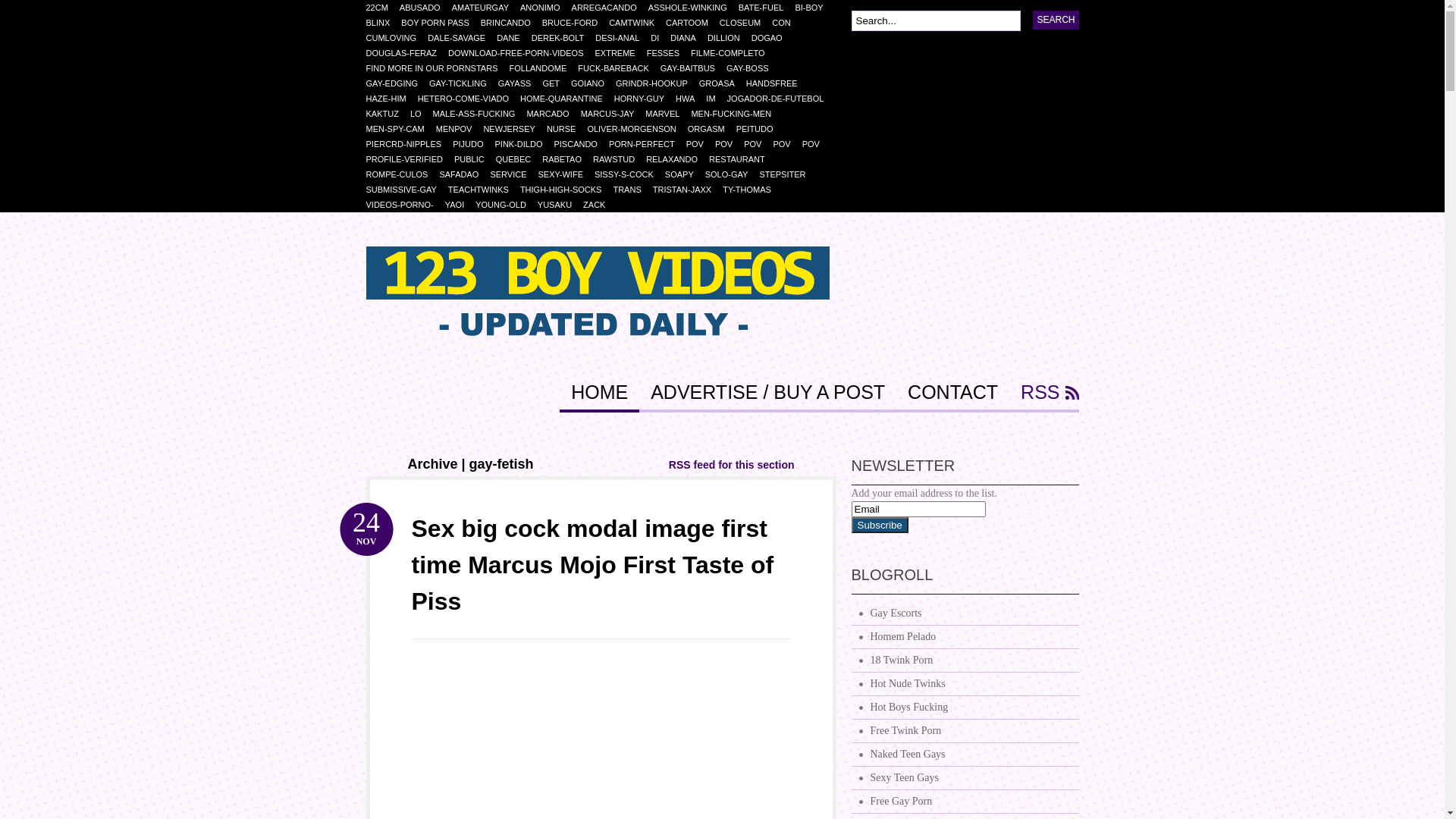 Image resolution: width=1456 pixels, height=819 pixels. What do you see at coordinates (793, 8) in the screenshot?
I see `'BI-BOY'` at bounding box center [793, 8].